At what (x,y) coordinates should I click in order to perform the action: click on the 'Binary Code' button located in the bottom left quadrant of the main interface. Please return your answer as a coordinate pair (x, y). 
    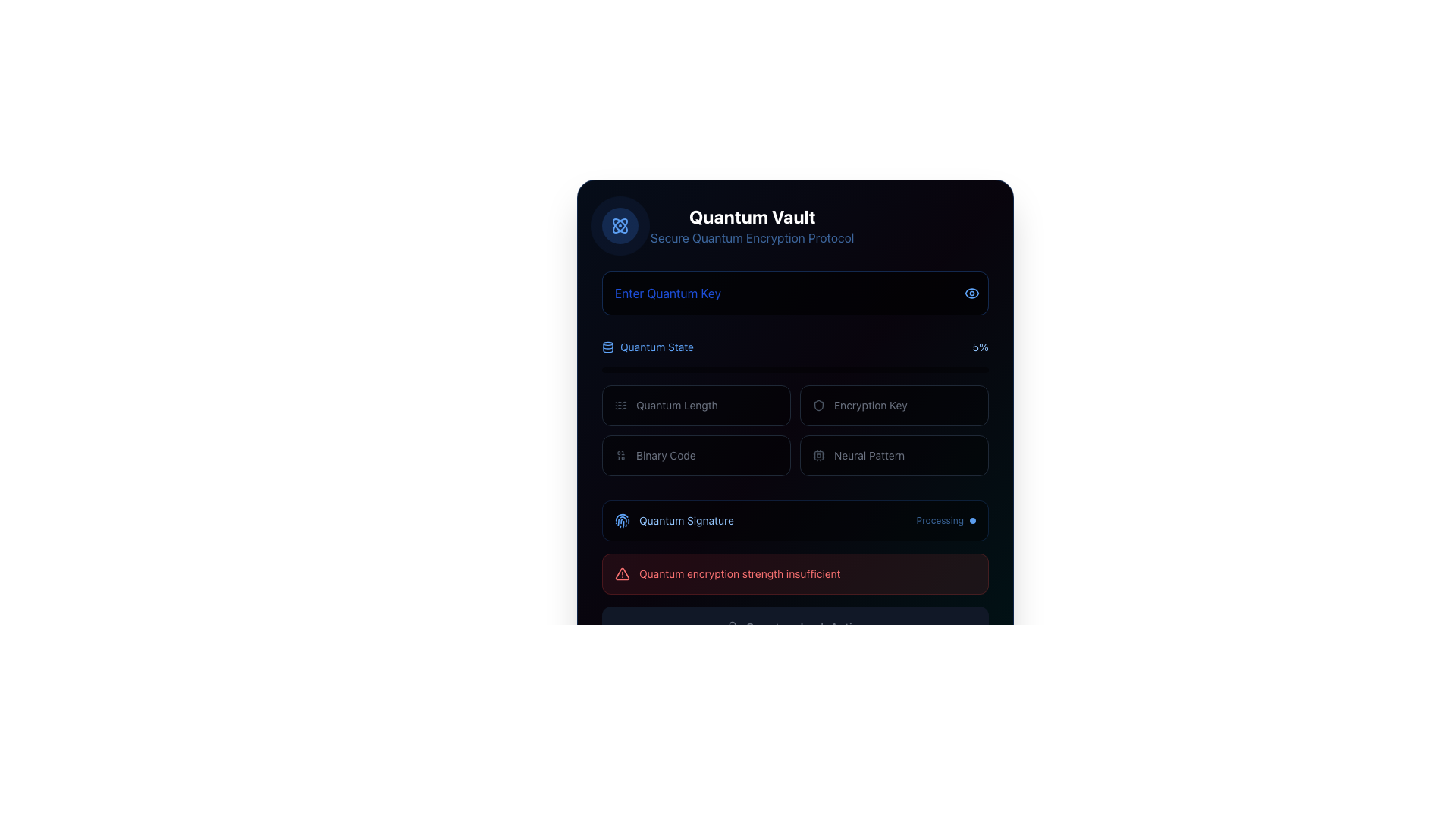
    Looking at the image, I should click on (666, 455).